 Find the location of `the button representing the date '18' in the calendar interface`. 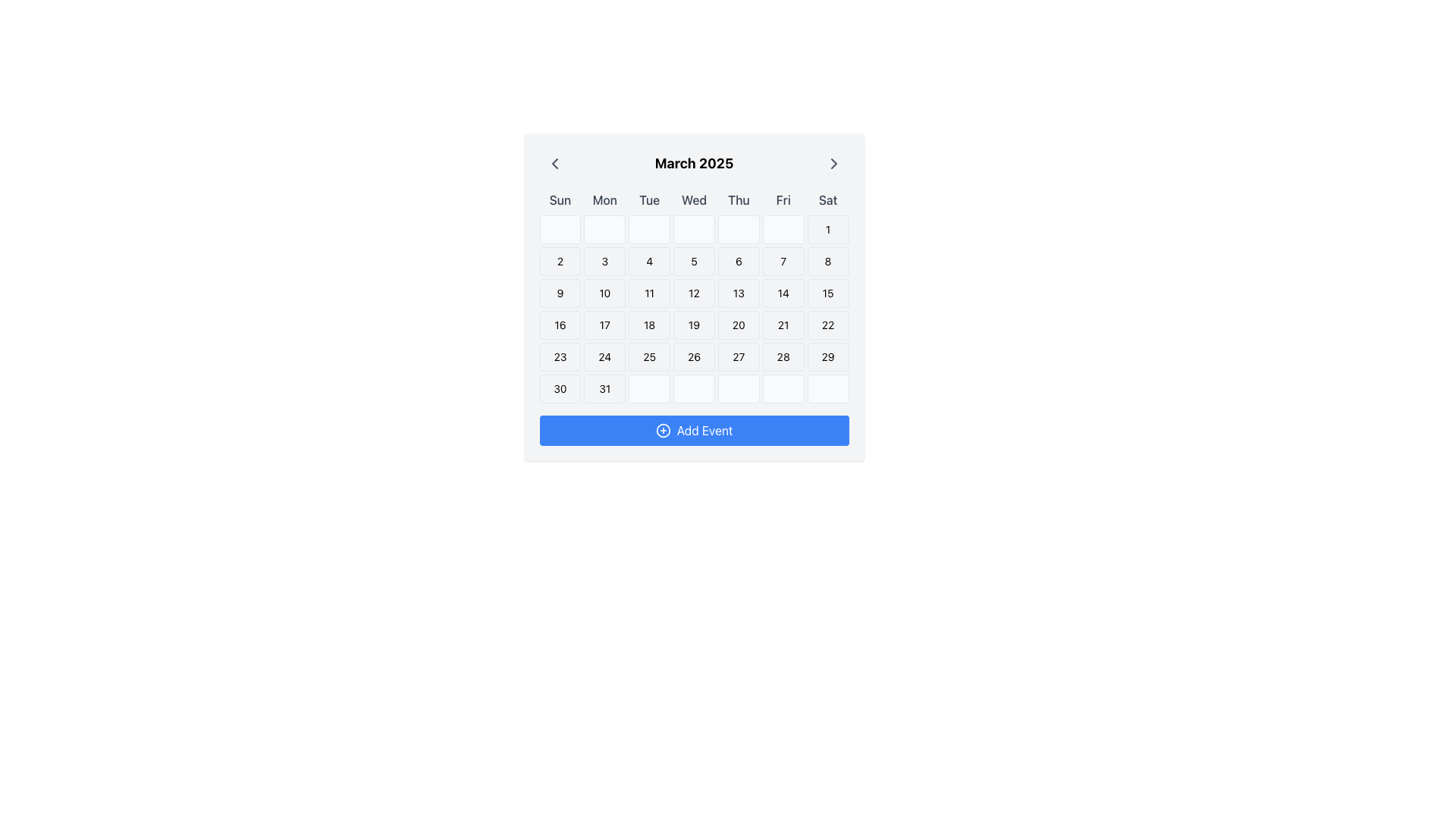

the button representing the date '18' in the calendar interface is located at coordinates (649, 324).